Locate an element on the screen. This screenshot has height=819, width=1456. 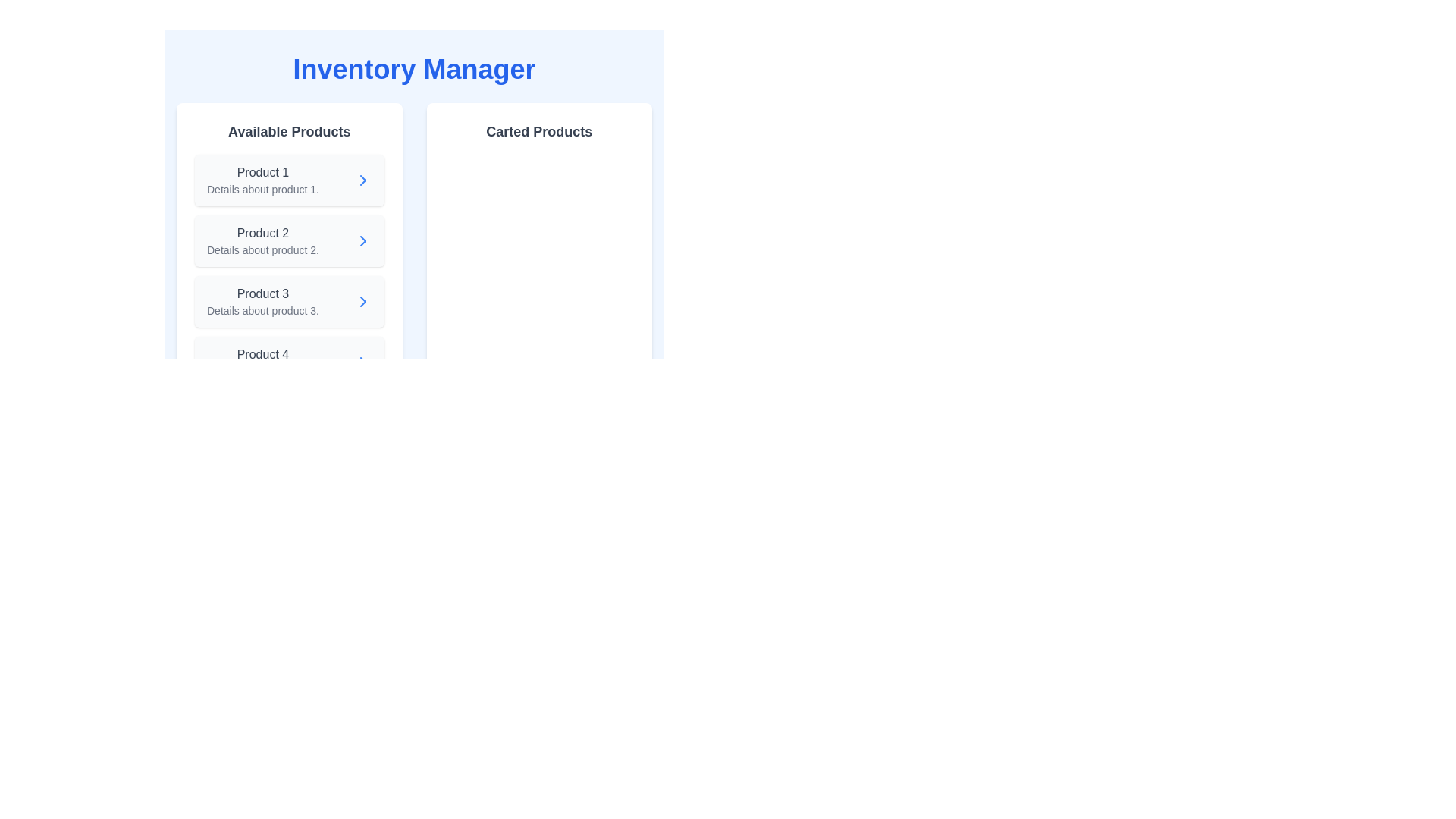
the text label reading 'Available Products', which is prominently styled in bold dark gray above a list of product items is located at coordinates (289, 130).